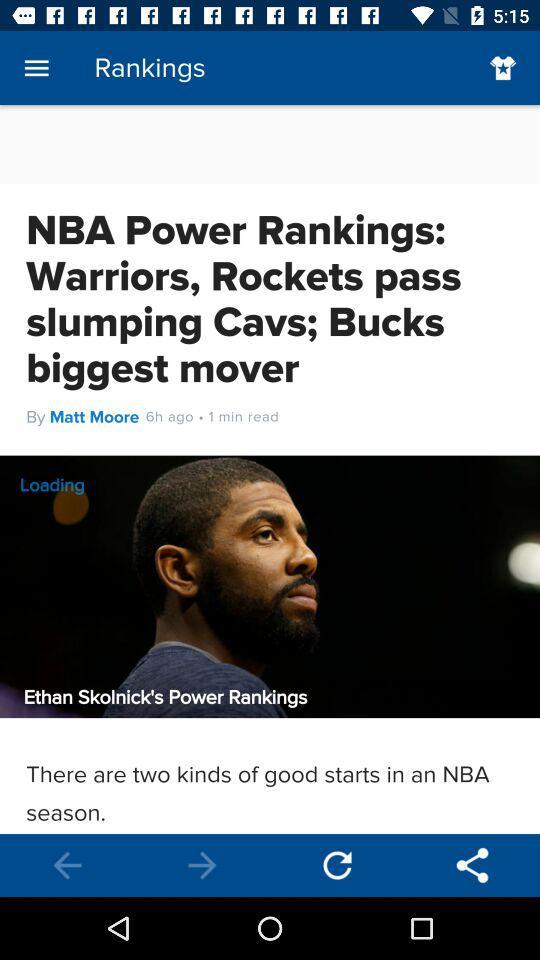  I want to click on go back, so click(67, 864).